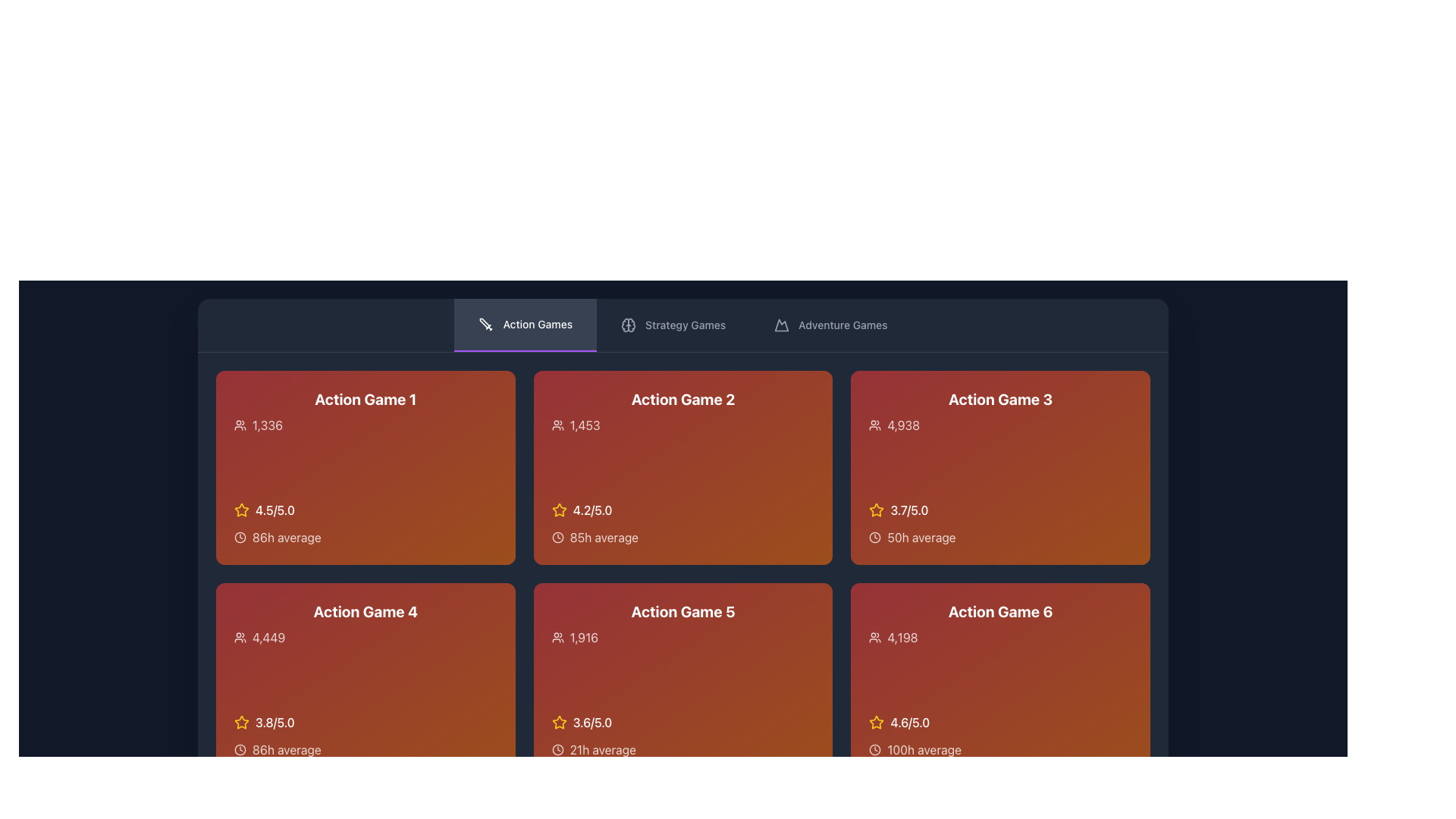 Image resolution: width=1456 pixels, height=819 pixels. What do you see at coordinates (538, 324) in the screenshot?
I see `the 'Action Games' category label in the navigation menu` at bounding box center [538, 324].